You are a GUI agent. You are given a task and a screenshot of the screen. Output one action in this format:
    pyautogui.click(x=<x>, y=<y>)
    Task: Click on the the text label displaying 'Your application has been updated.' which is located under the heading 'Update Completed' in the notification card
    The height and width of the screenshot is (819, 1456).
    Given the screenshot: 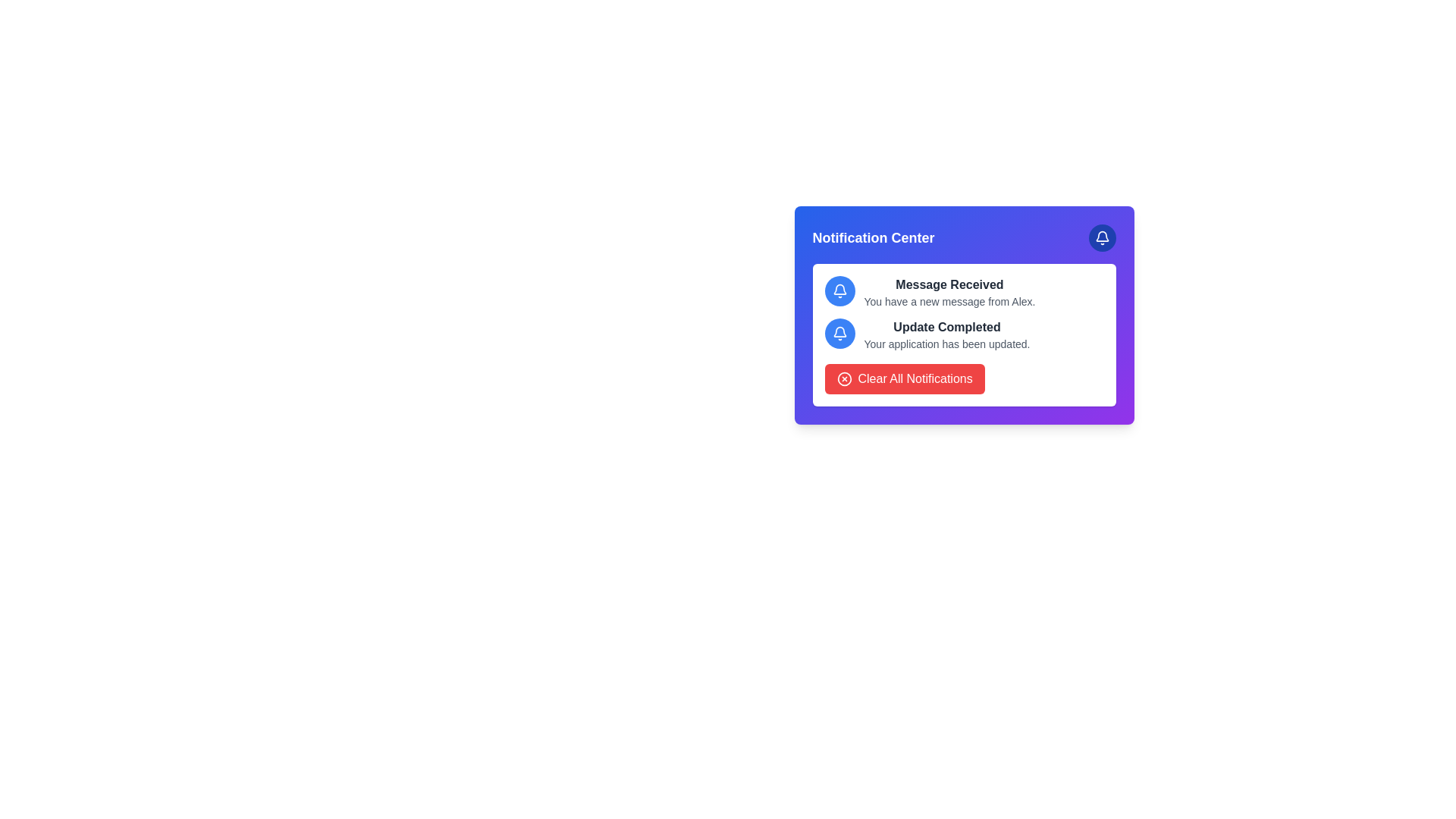 What is the action you would take?
    pyautogui.click(x=946, y=344)
    